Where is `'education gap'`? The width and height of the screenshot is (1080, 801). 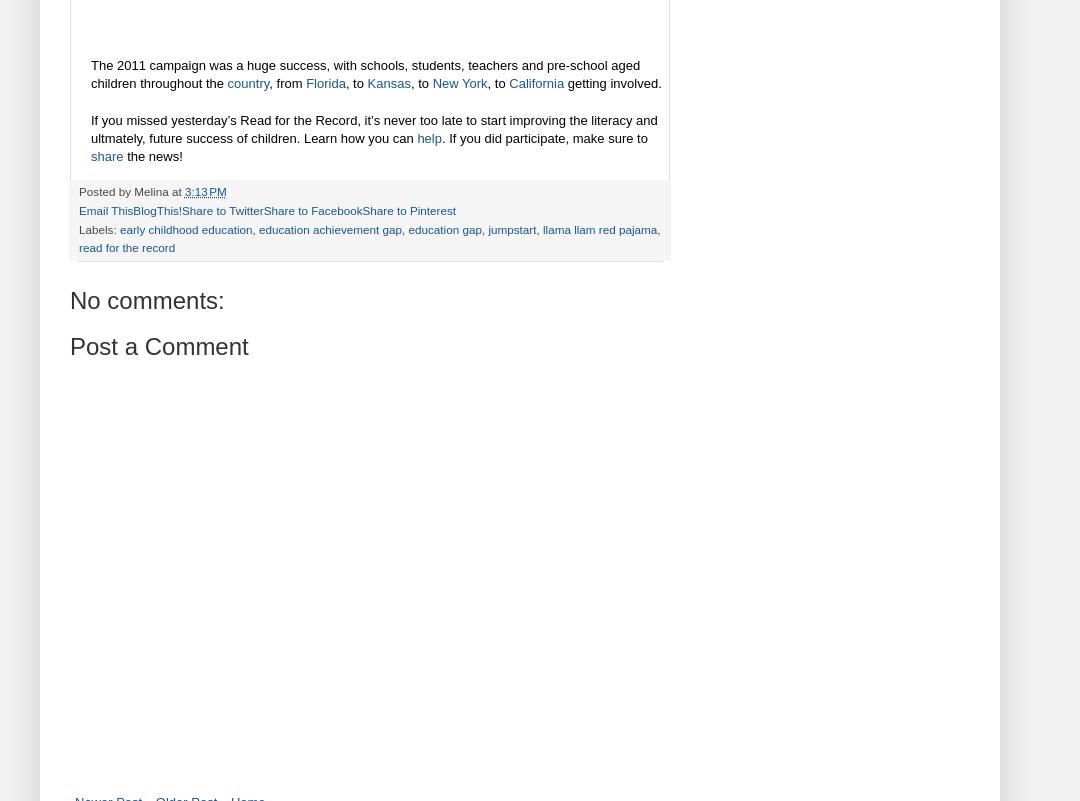
'education gap' is located at coordinates (443, 228).